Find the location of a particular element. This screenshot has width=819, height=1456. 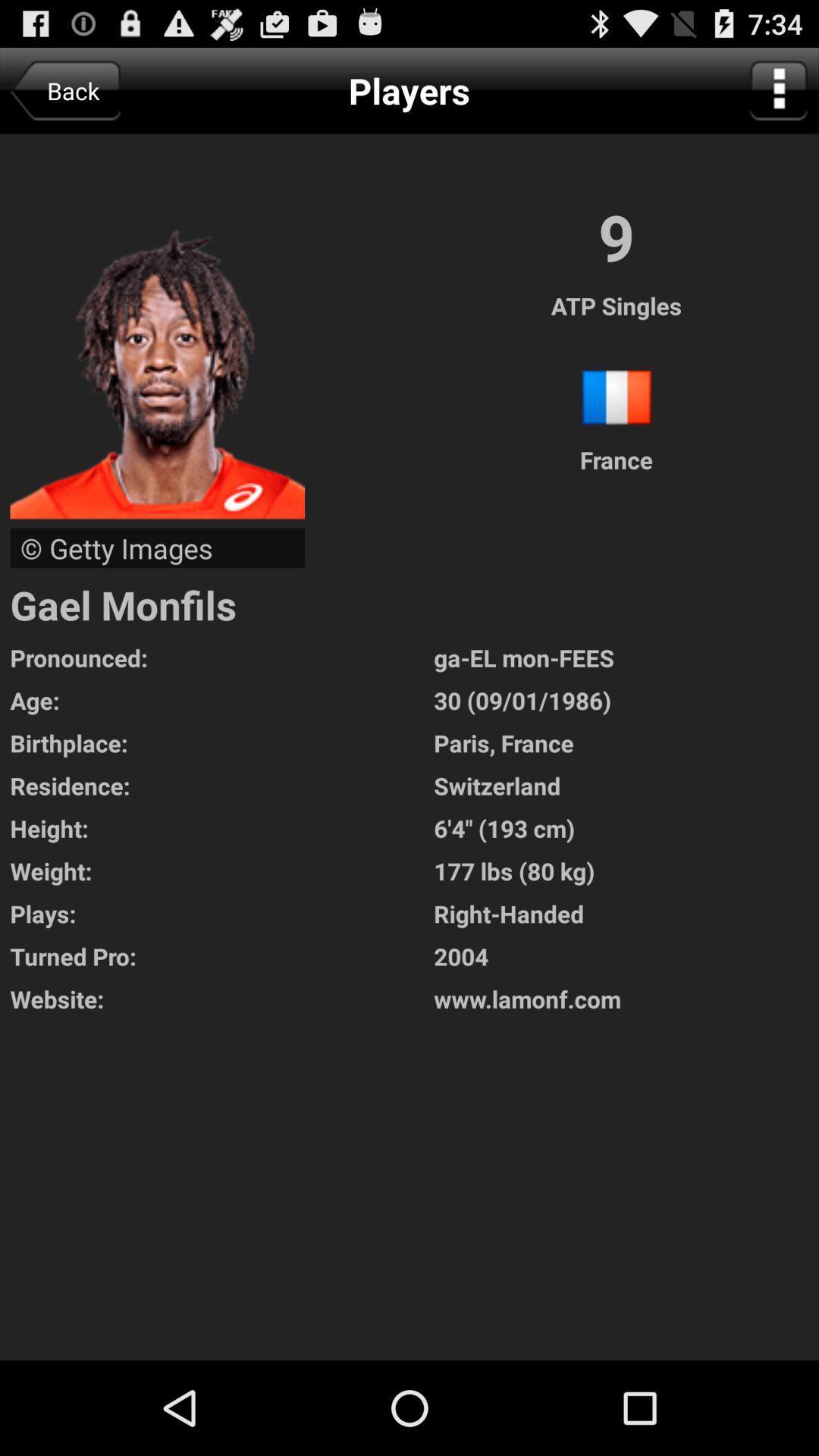

app next to the players icon is located at coordinates (64, 89).